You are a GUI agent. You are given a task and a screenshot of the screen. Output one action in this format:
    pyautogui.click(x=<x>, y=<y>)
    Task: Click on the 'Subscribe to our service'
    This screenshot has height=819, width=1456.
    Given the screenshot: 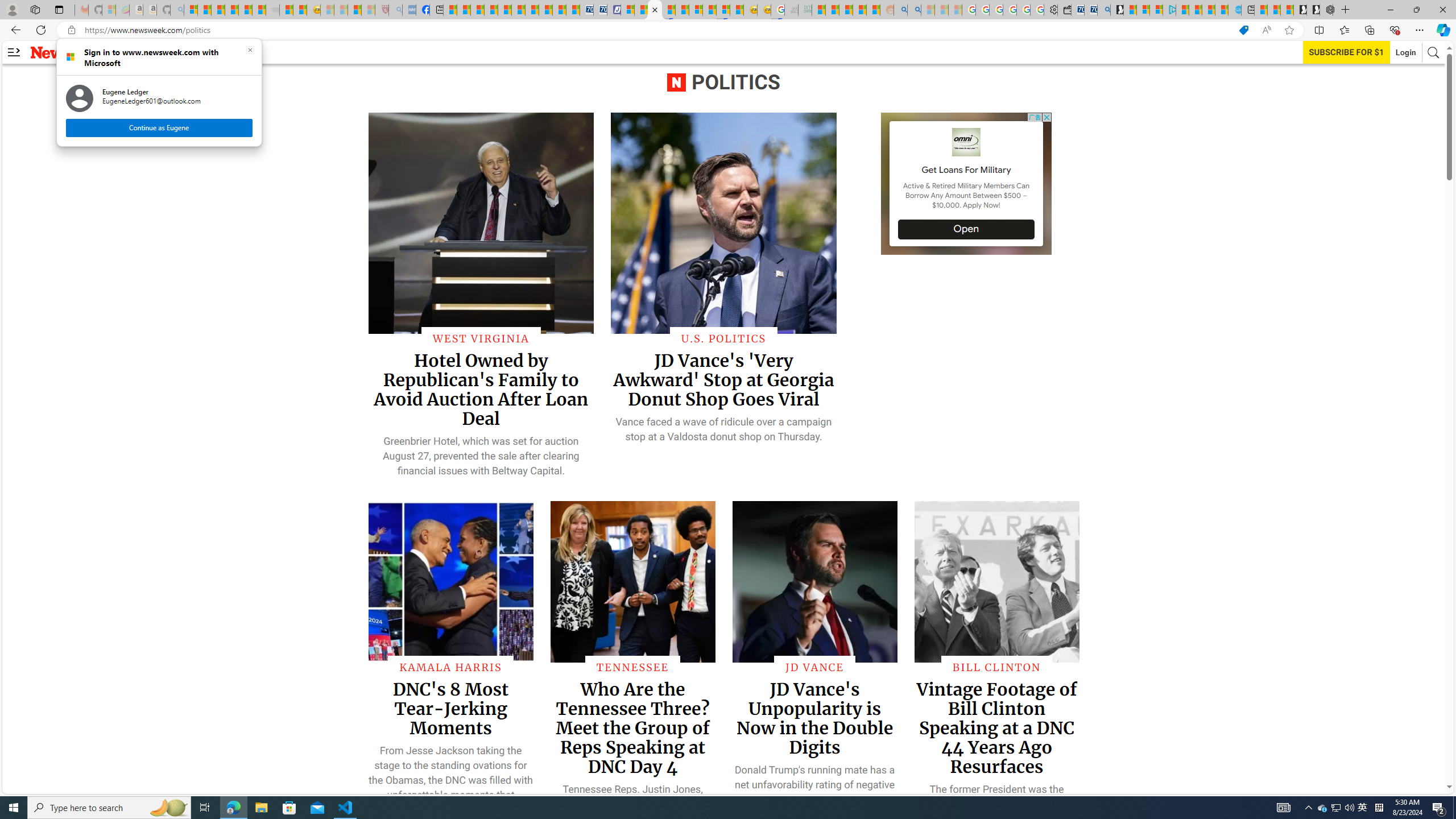 What is the action you would take?
    pyautogui.click(x=1347, y=52)
    